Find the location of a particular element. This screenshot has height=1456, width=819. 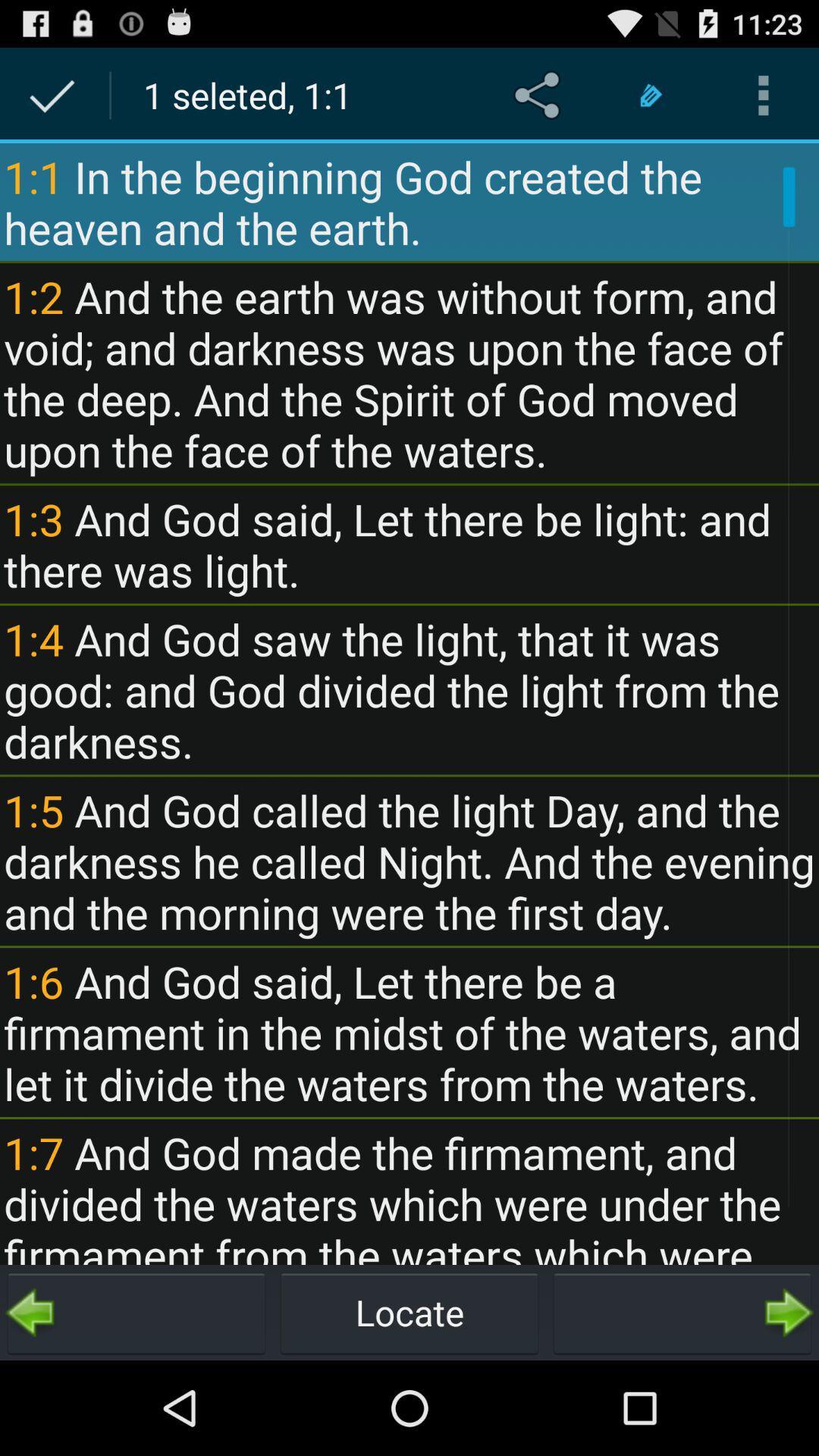

next is located at coordinates (681, 1312).